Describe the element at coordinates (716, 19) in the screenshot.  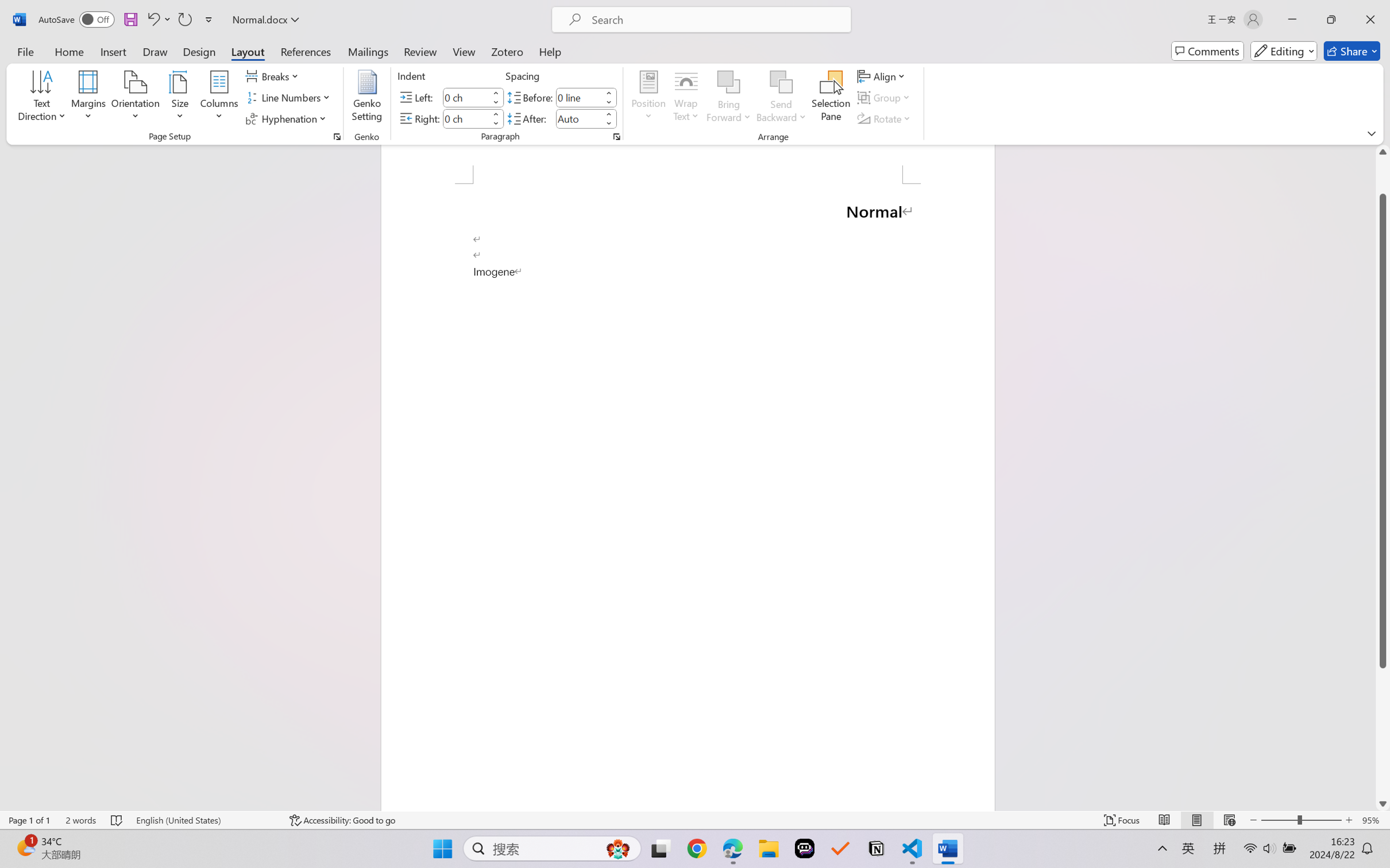
I see `'Microsoft search'` at that location.